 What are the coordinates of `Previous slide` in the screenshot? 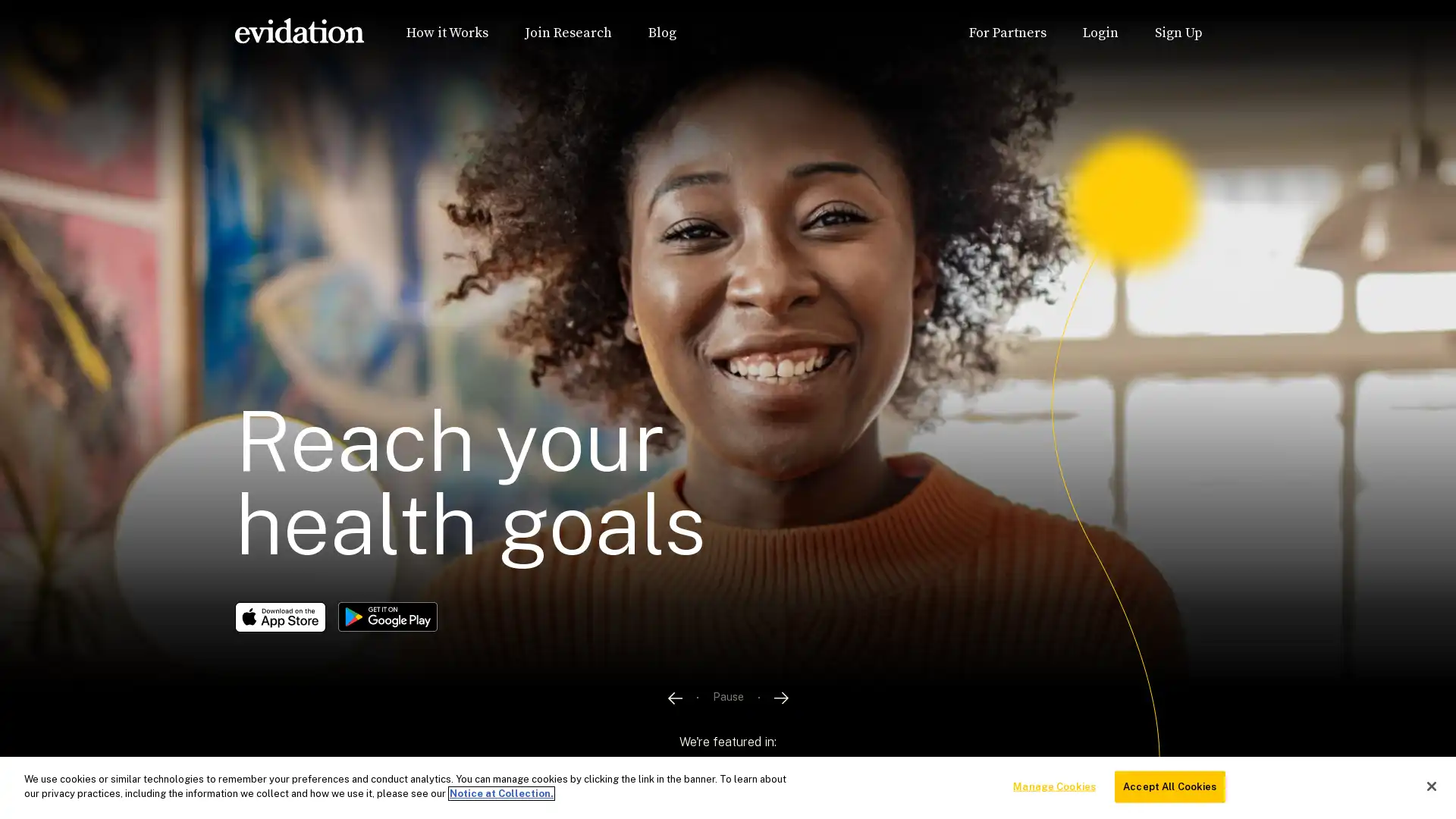 It's located at (673, 742).